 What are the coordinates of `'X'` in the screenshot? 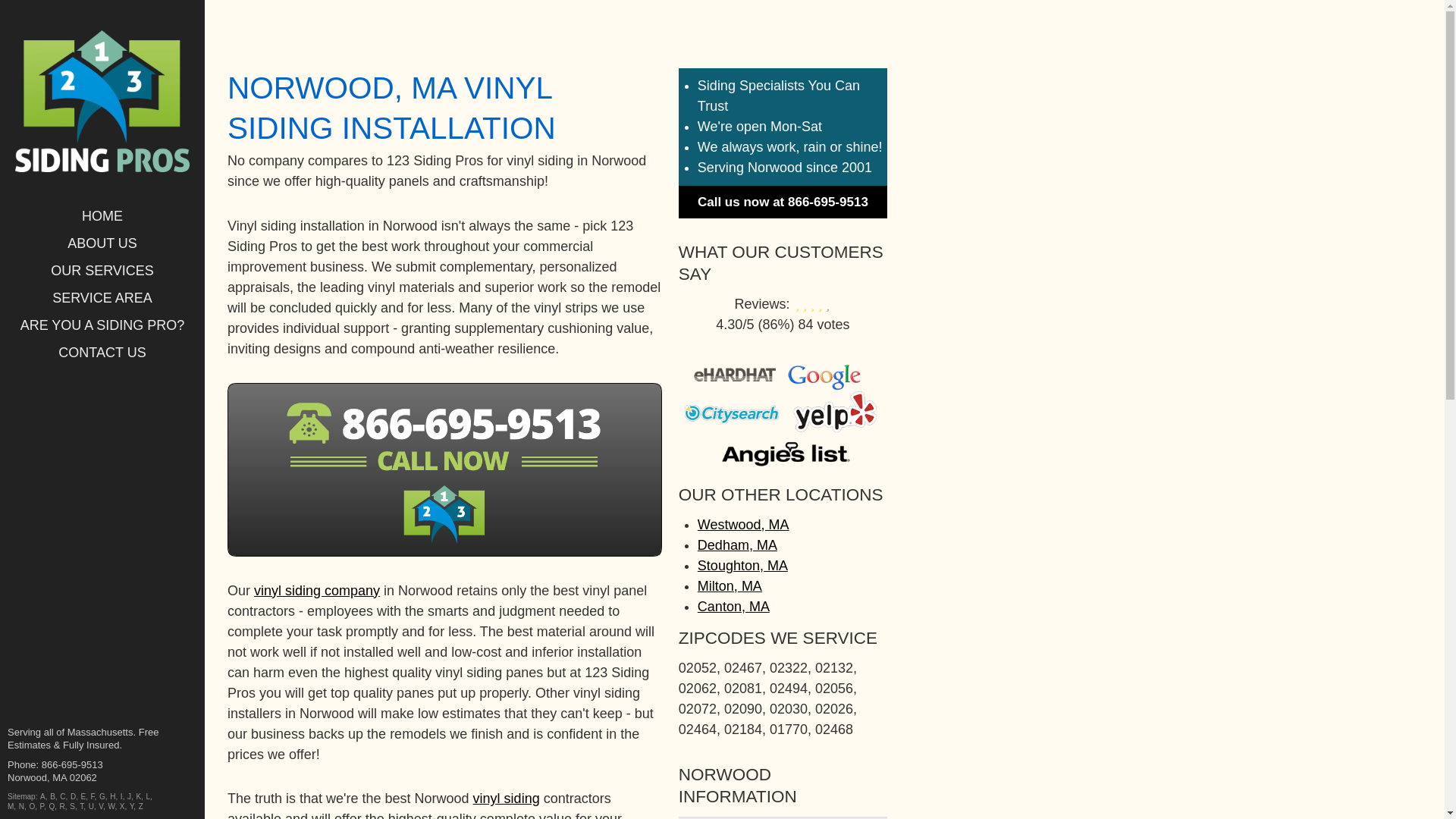 It's located at (122, 805).